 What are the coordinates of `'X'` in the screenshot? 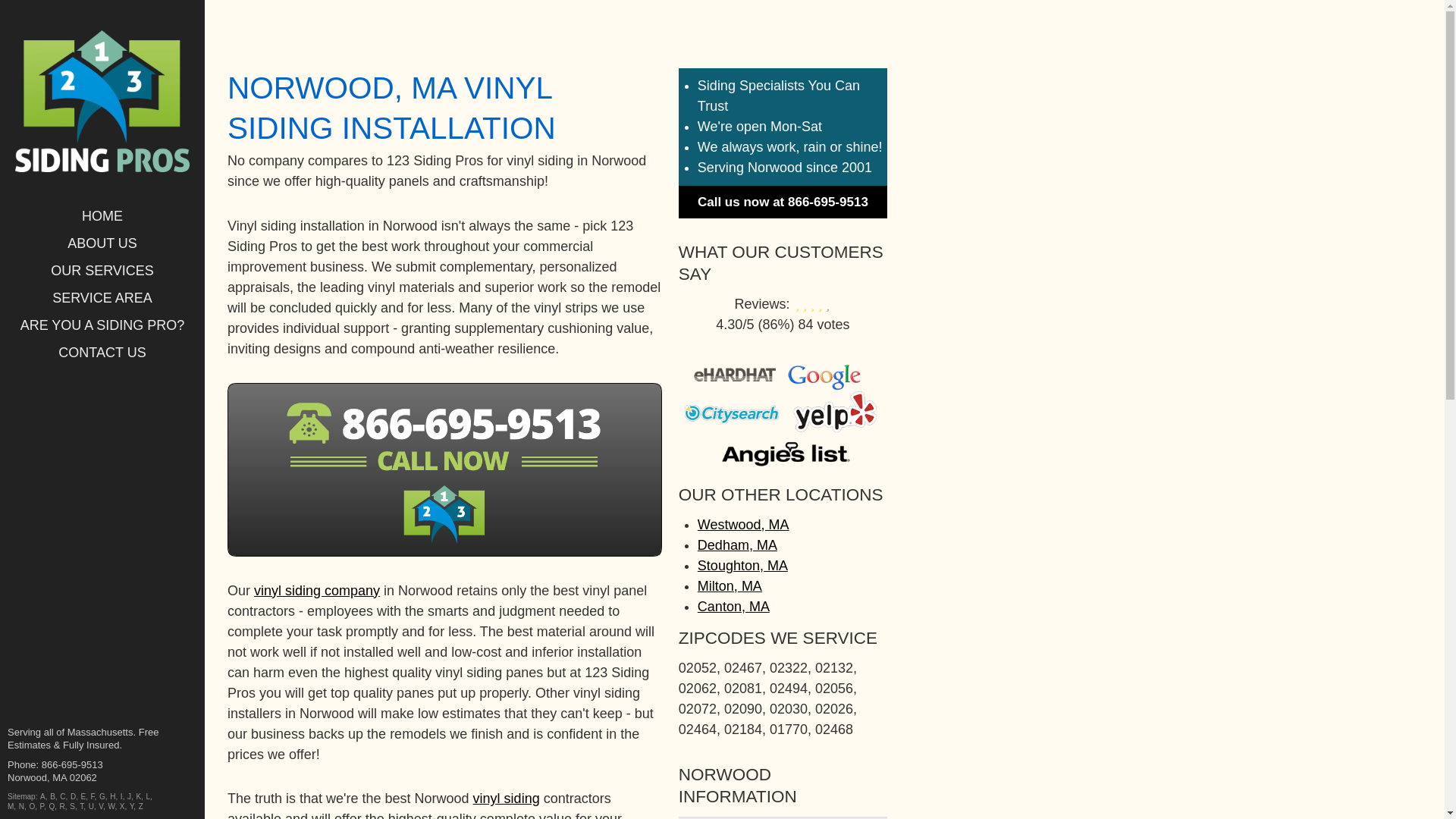 It's located at (122, 805).